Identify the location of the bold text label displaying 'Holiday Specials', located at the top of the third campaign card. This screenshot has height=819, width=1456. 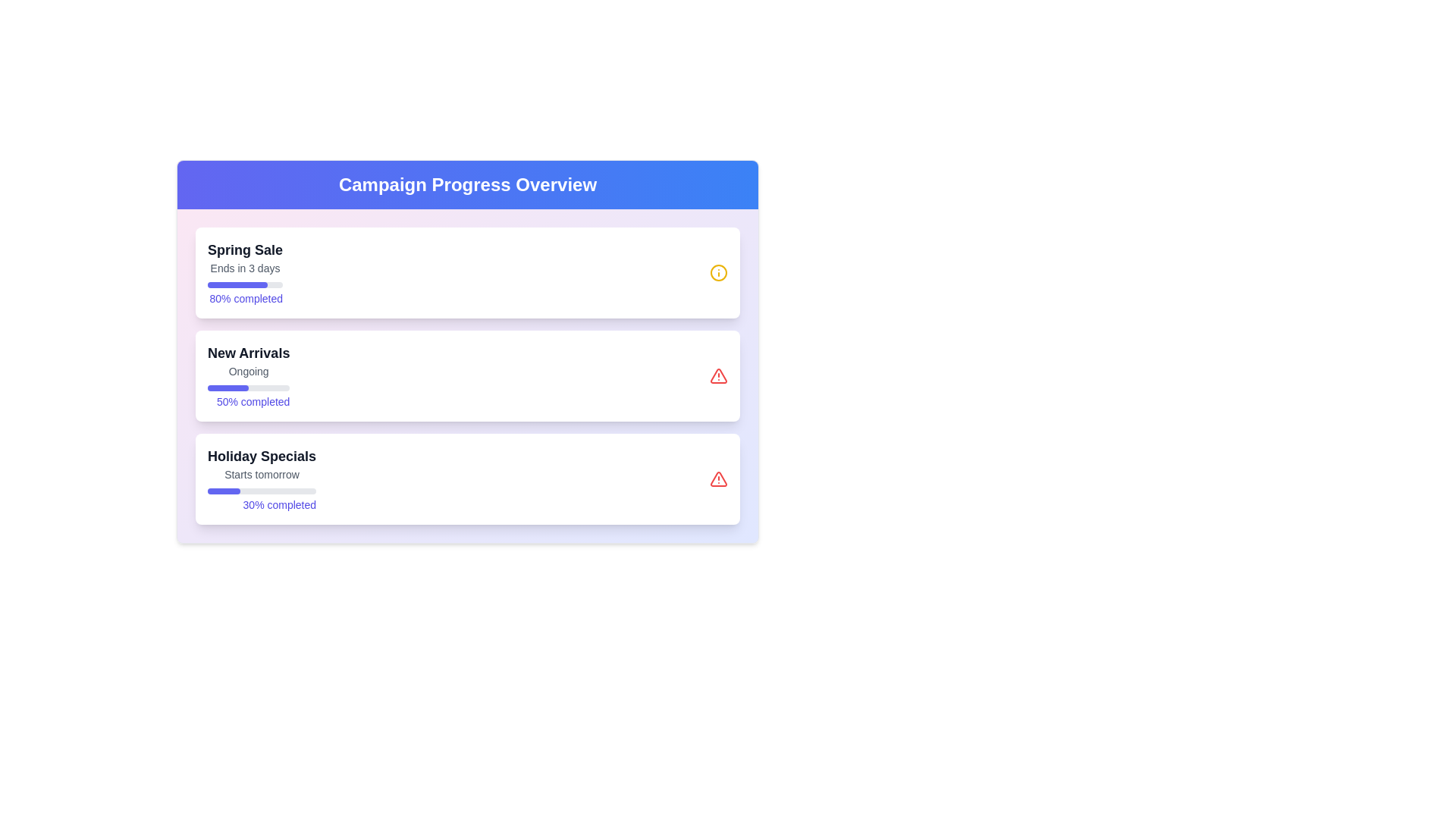
(262, 455).